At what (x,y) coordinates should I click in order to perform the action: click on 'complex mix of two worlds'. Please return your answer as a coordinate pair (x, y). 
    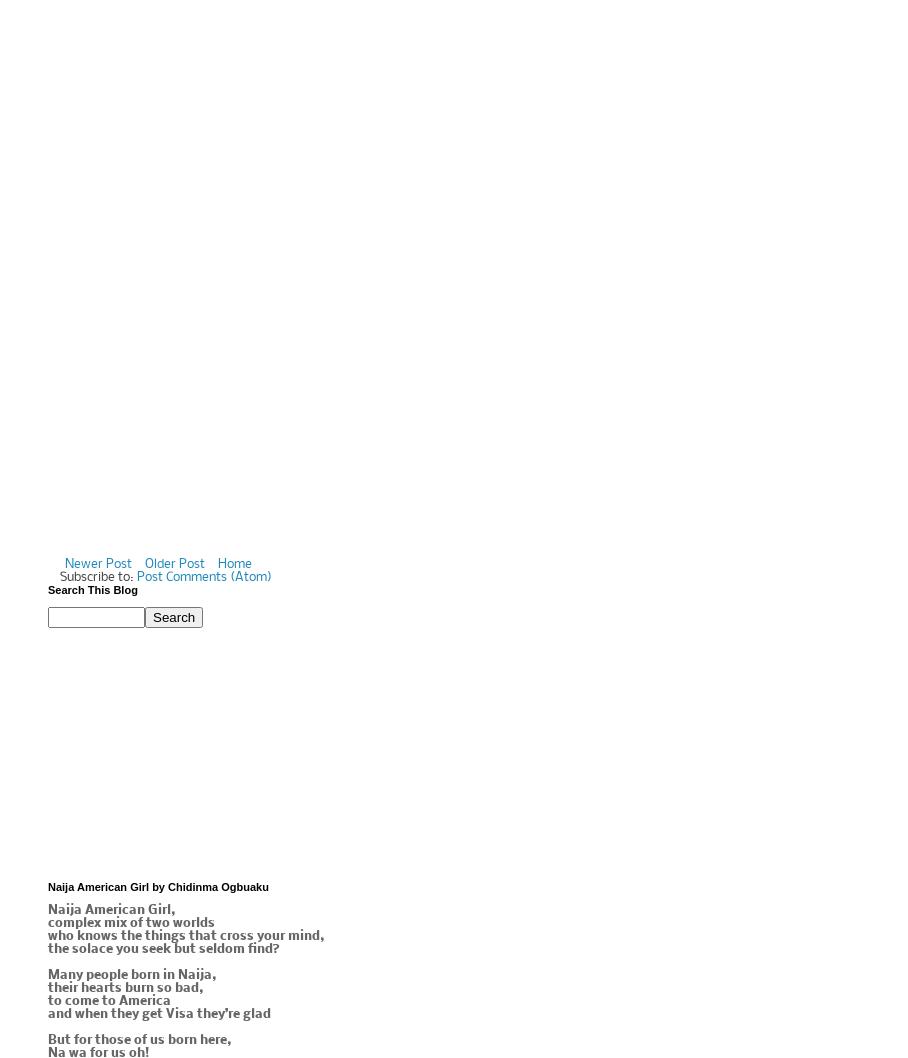
    Looking at the image, I should click on (131, 923).